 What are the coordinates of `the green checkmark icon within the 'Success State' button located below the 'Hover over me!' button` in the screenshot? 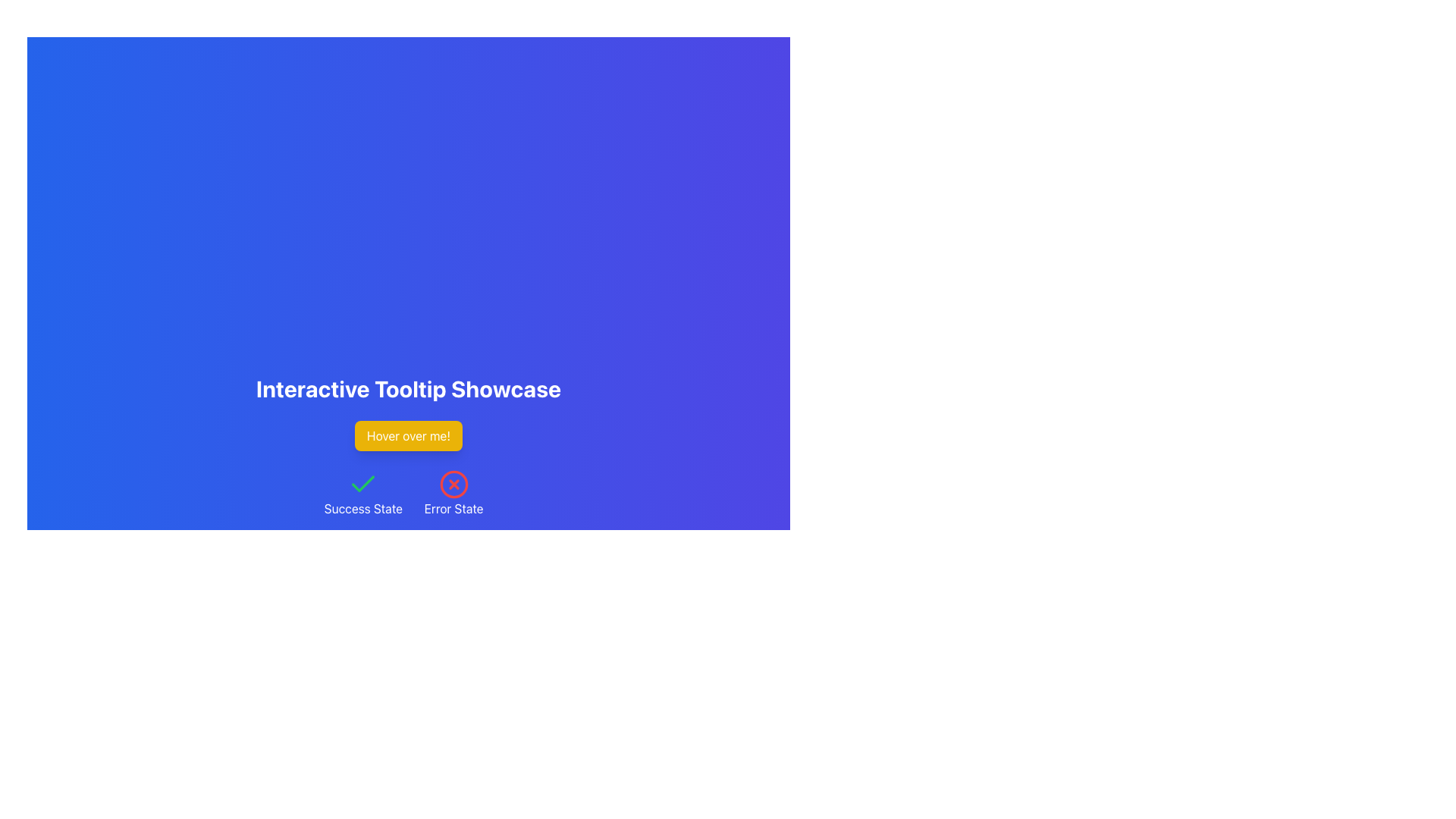 It's located at (362, 484).